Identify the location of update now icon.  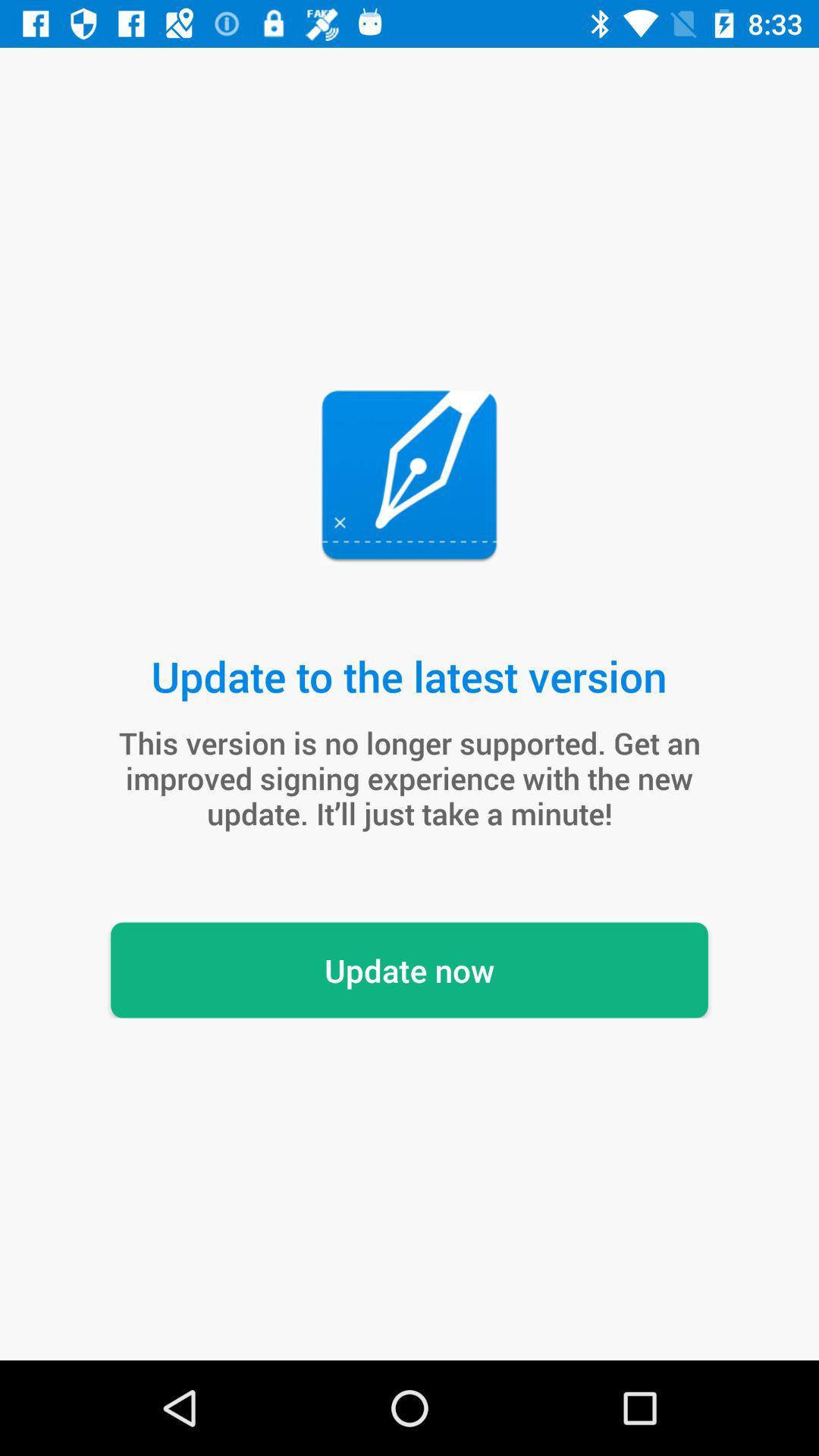
(409, 969).